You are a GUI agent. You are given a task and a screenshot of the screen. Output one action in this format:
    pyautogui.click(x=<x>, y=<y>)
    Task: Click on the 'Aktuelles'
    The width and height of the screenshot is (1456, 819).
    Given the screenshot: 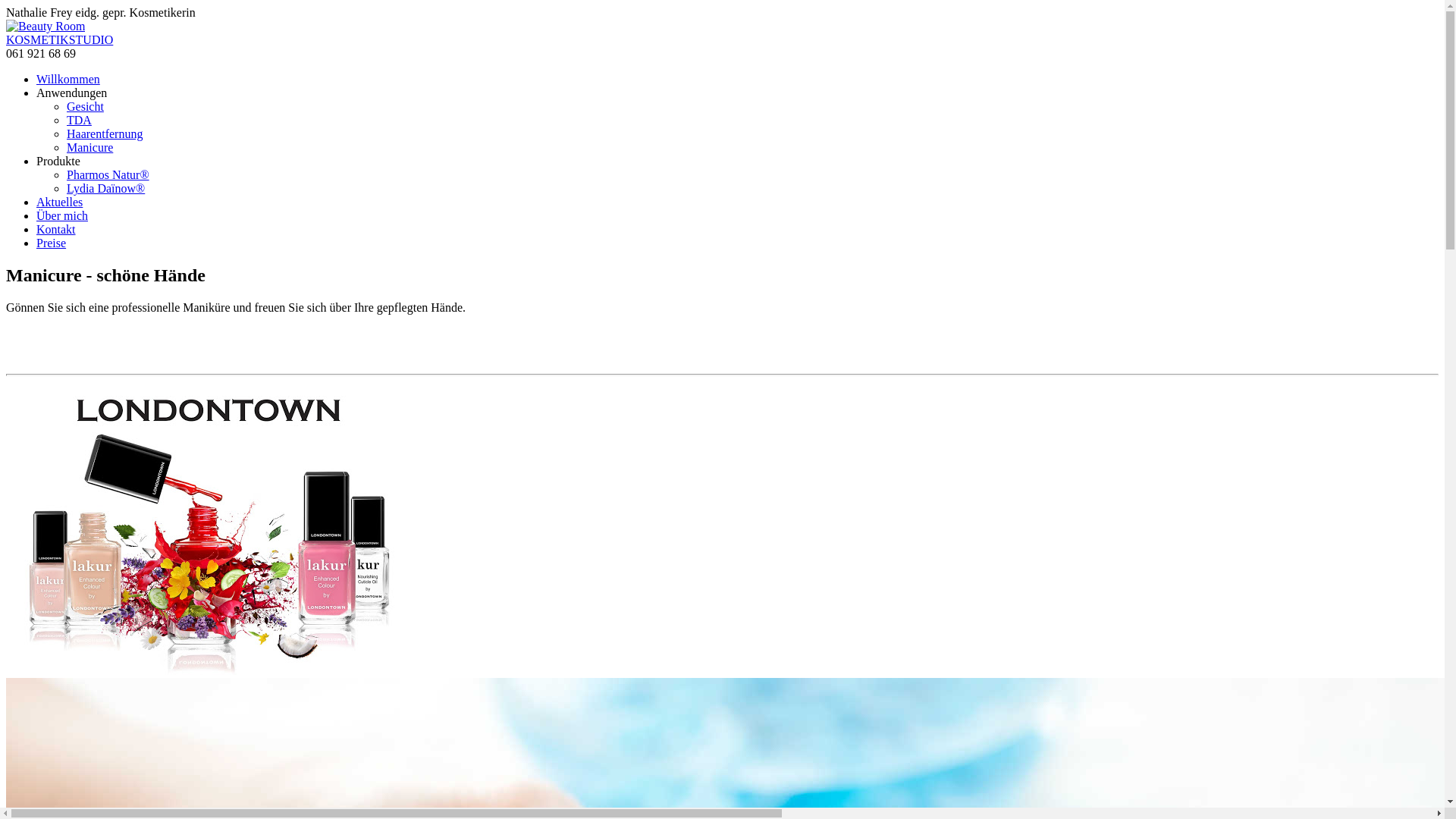 What is the action you would take?
    pyautogui.click(x=36, y=201)
    